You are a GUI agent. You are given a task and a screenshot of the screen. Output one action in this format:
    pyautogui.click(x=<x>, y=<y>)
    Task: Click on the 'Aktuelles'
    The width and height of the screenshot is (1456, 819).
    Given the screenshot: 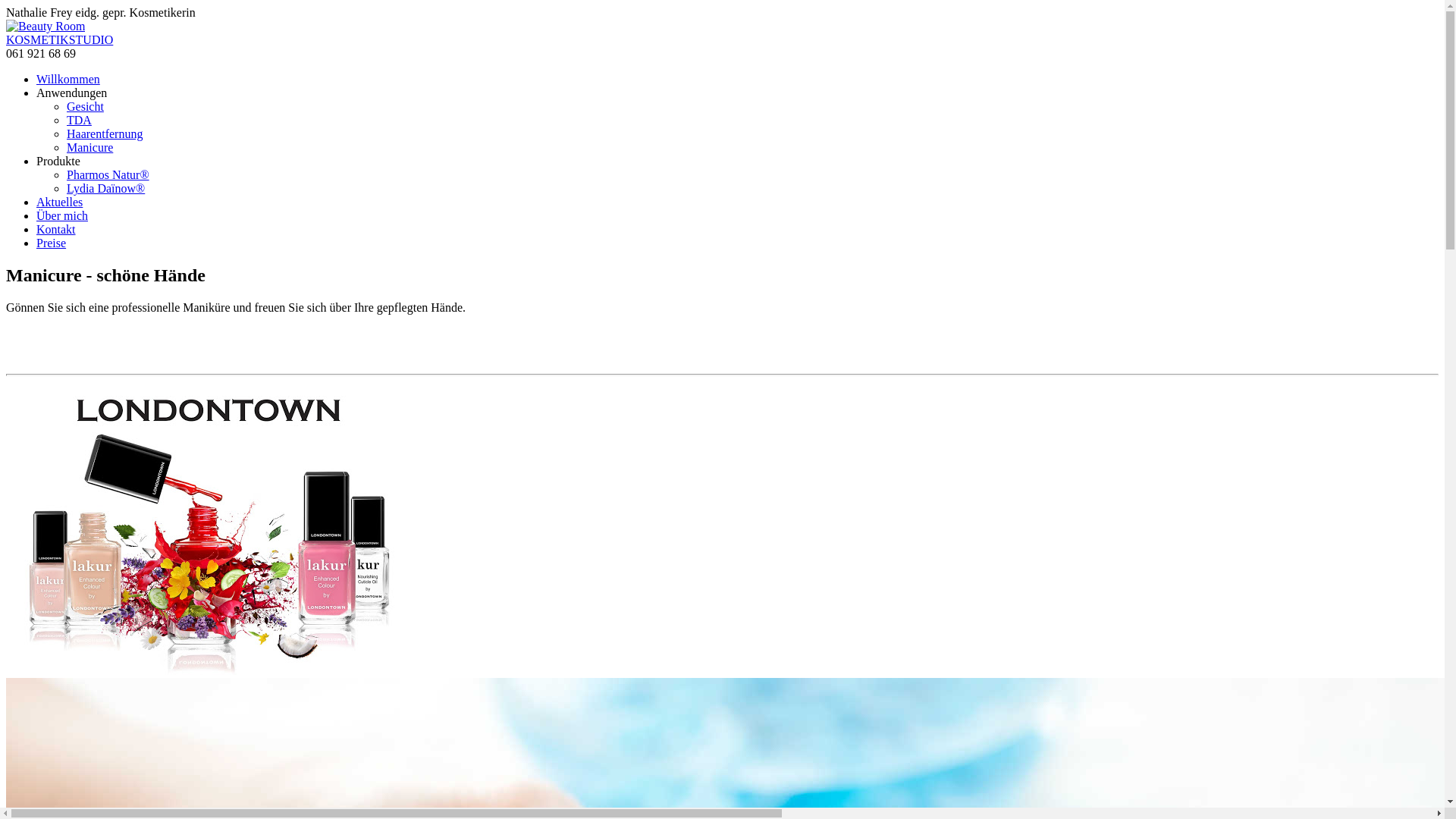 What is the action you would take?
    pyautogui.click(x=36, y=201)
    